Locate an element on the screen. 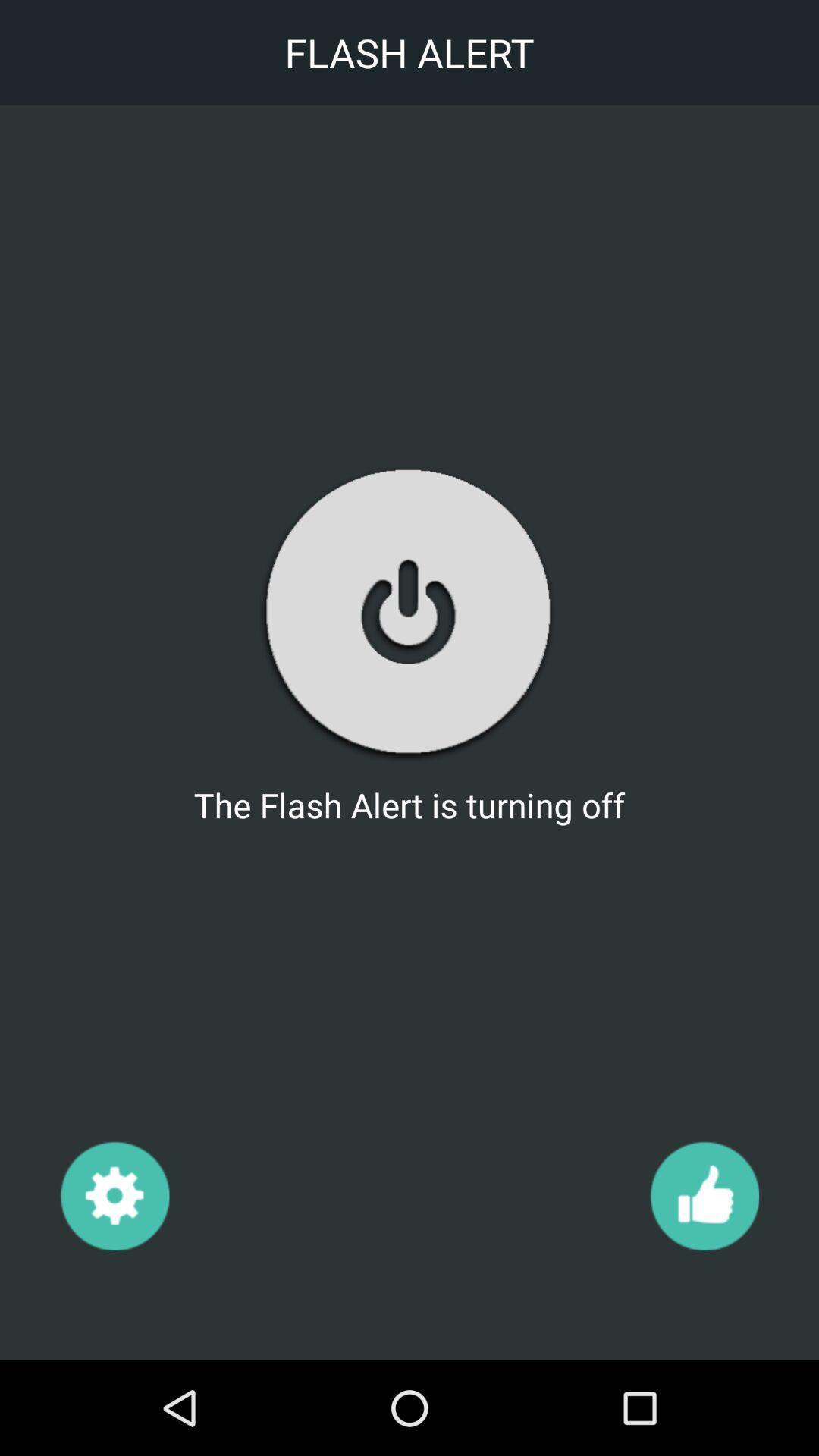 This screenshot has height=1456, width=819. item above the flash alert icon is located at coordinates (408, 613).